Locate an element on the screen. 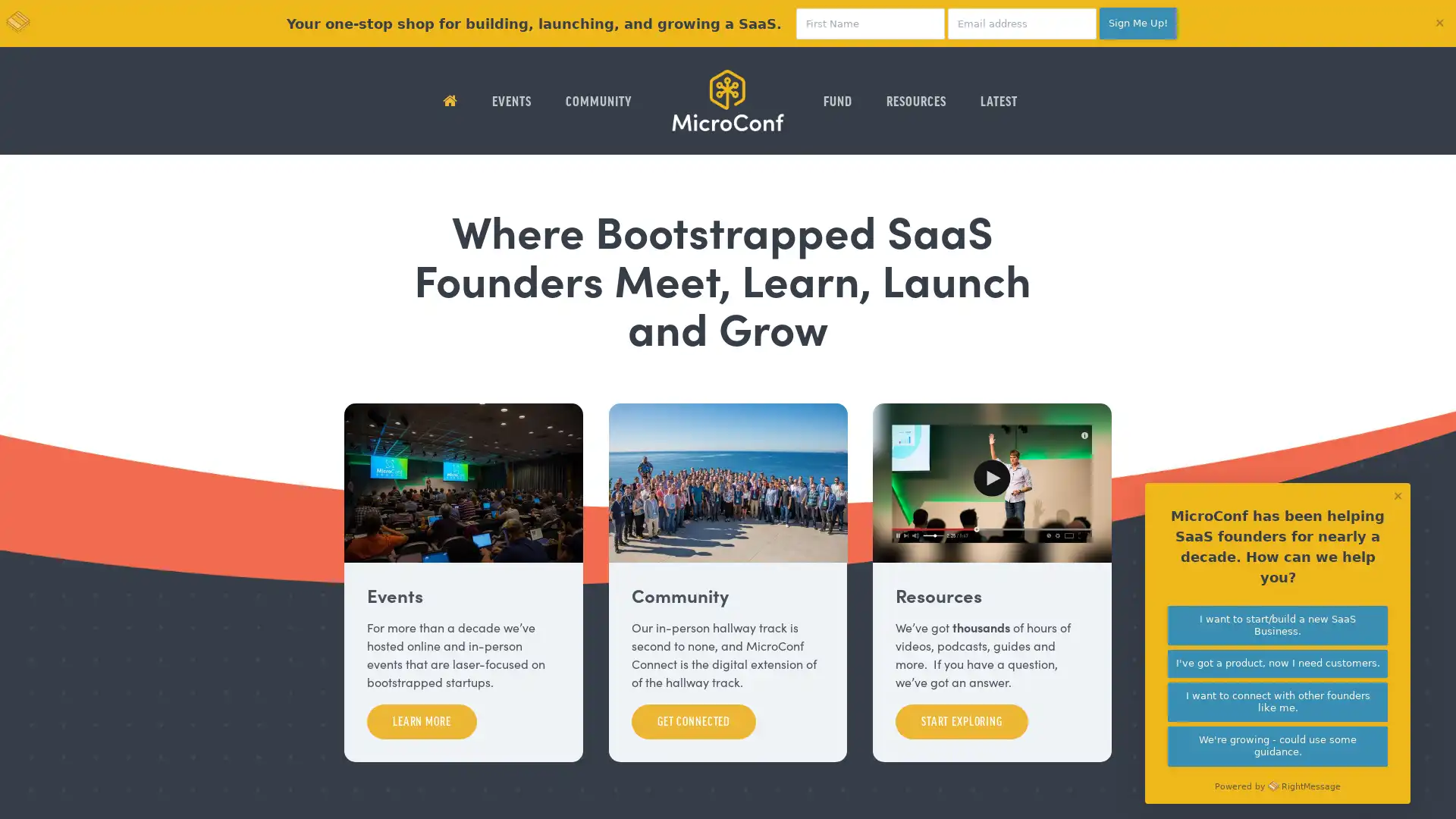  Sign Me Up! is located at coordinates (1138, 23).